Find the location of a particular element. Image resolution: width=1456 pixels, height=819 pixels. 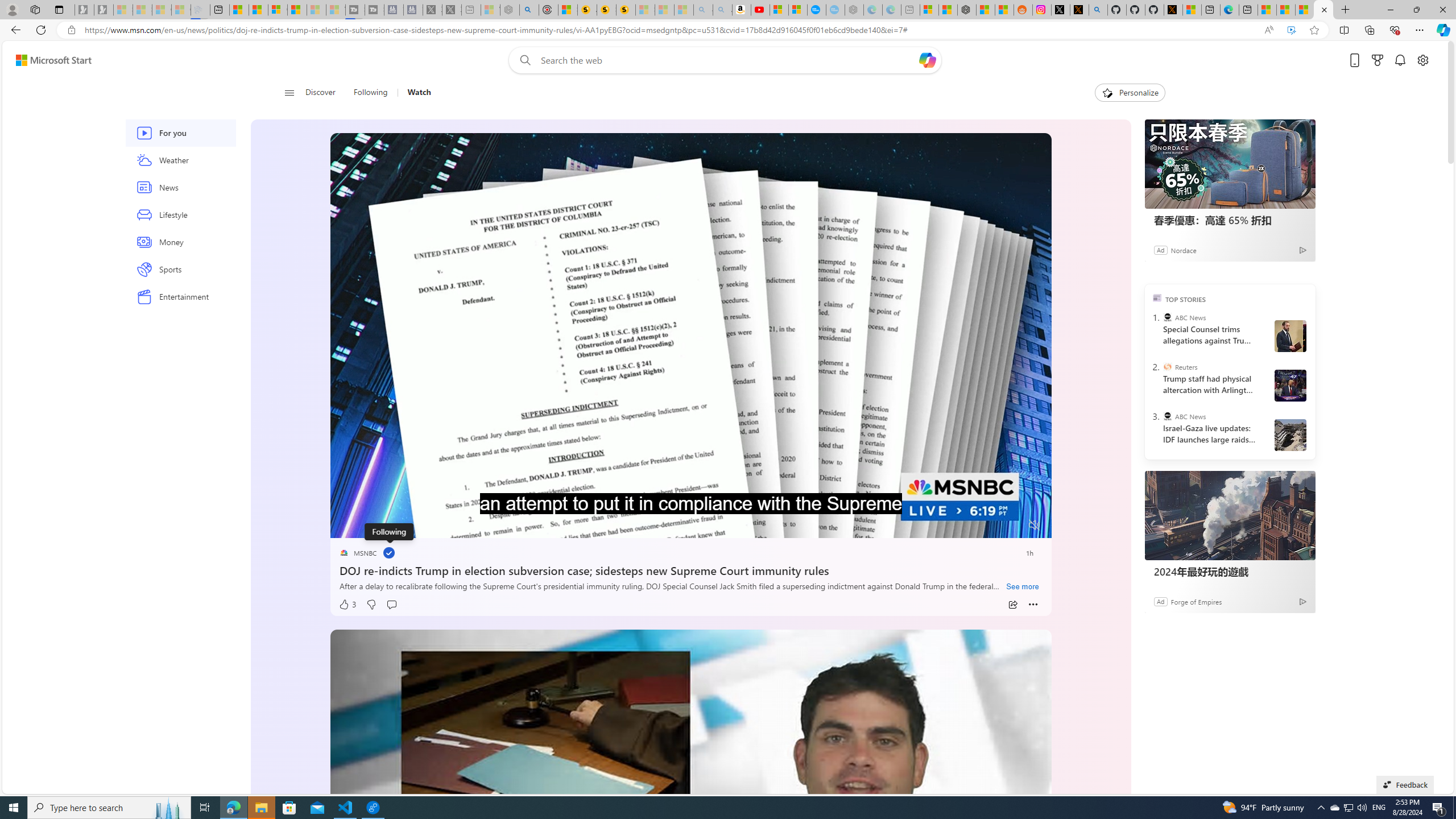

'To get missing image descriptions, open the context menu.' is located at coordinates (1106, 92).